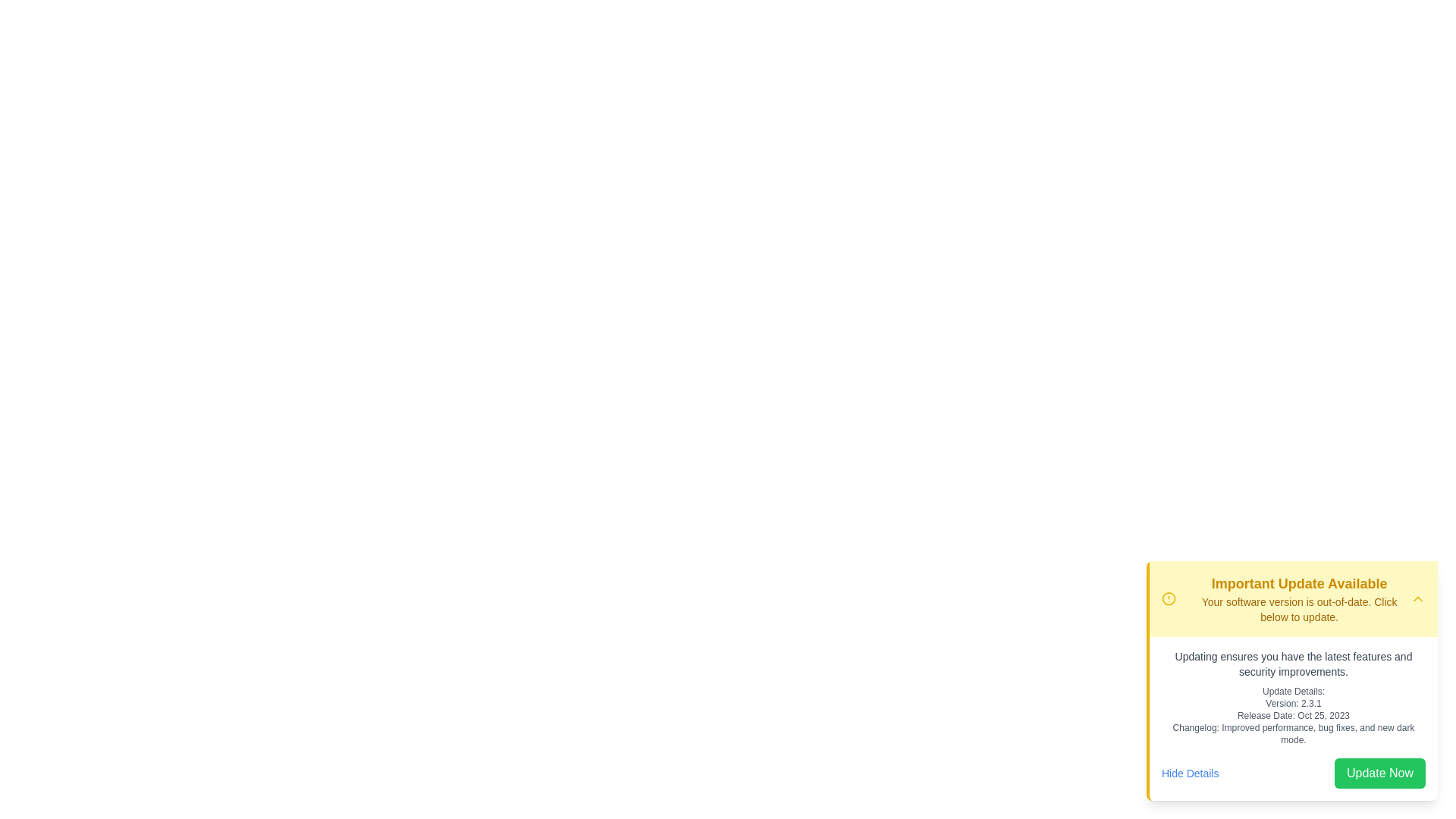  I want to click on the label that serves as introductory text for the update information details section located near the top of the update information block, so click(1292, 691).